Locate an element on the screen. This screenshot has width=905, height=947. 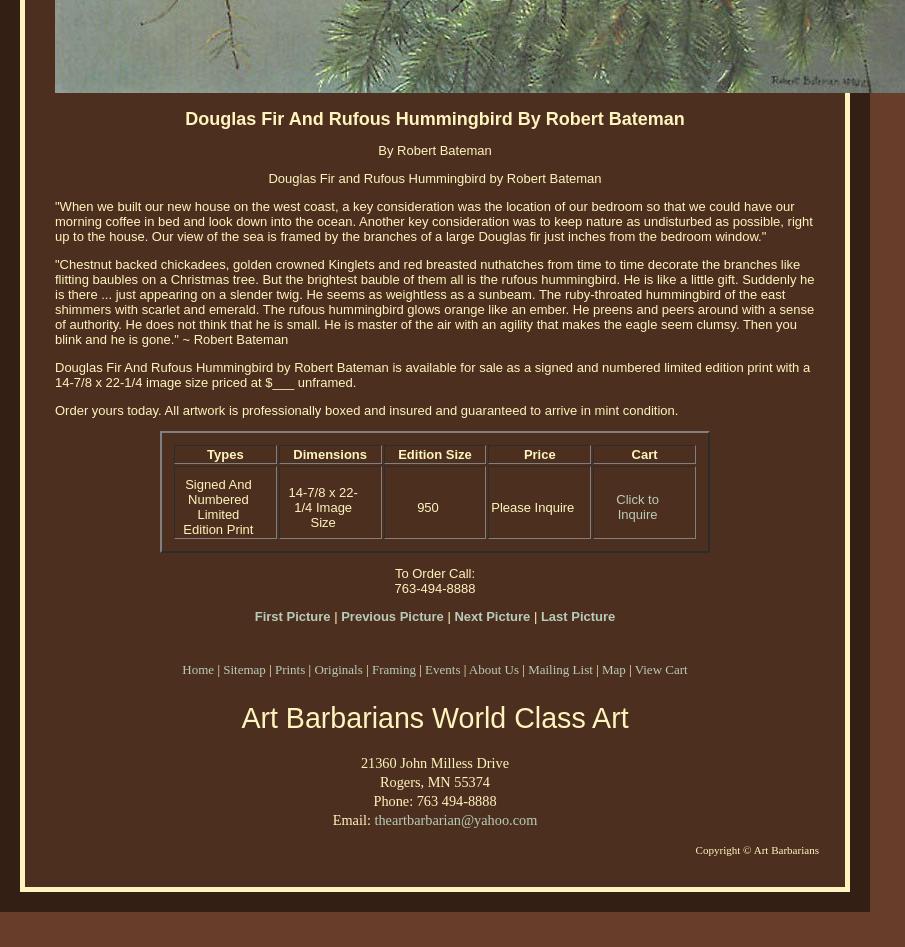
'763-494-8888' is located at coordinates (433, 588).